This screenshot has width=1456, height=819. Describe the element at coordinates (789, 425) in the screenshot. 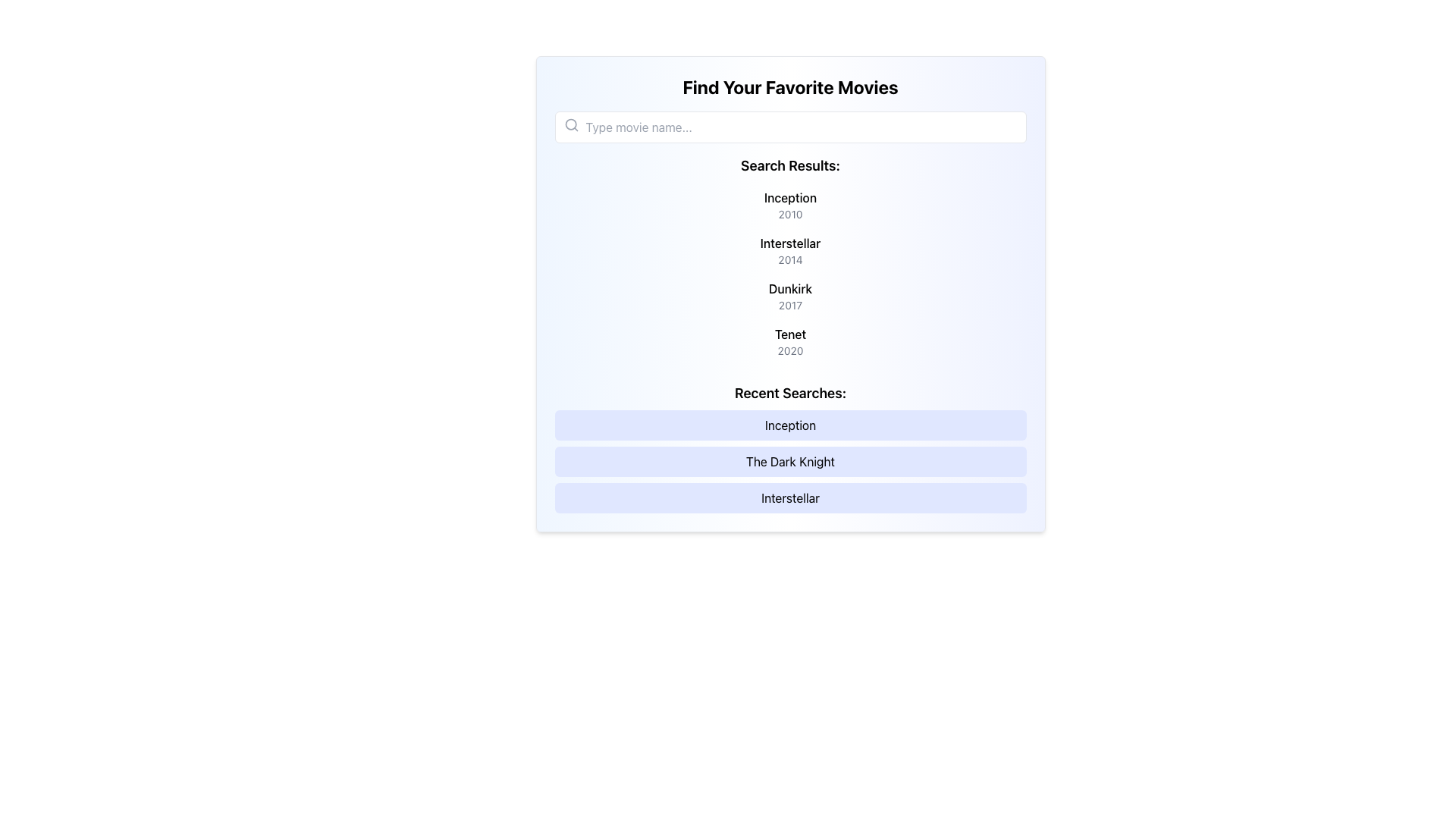

I see `the first item in the vertical list of recent search terms under the 'Recent Searches' label` at that location.